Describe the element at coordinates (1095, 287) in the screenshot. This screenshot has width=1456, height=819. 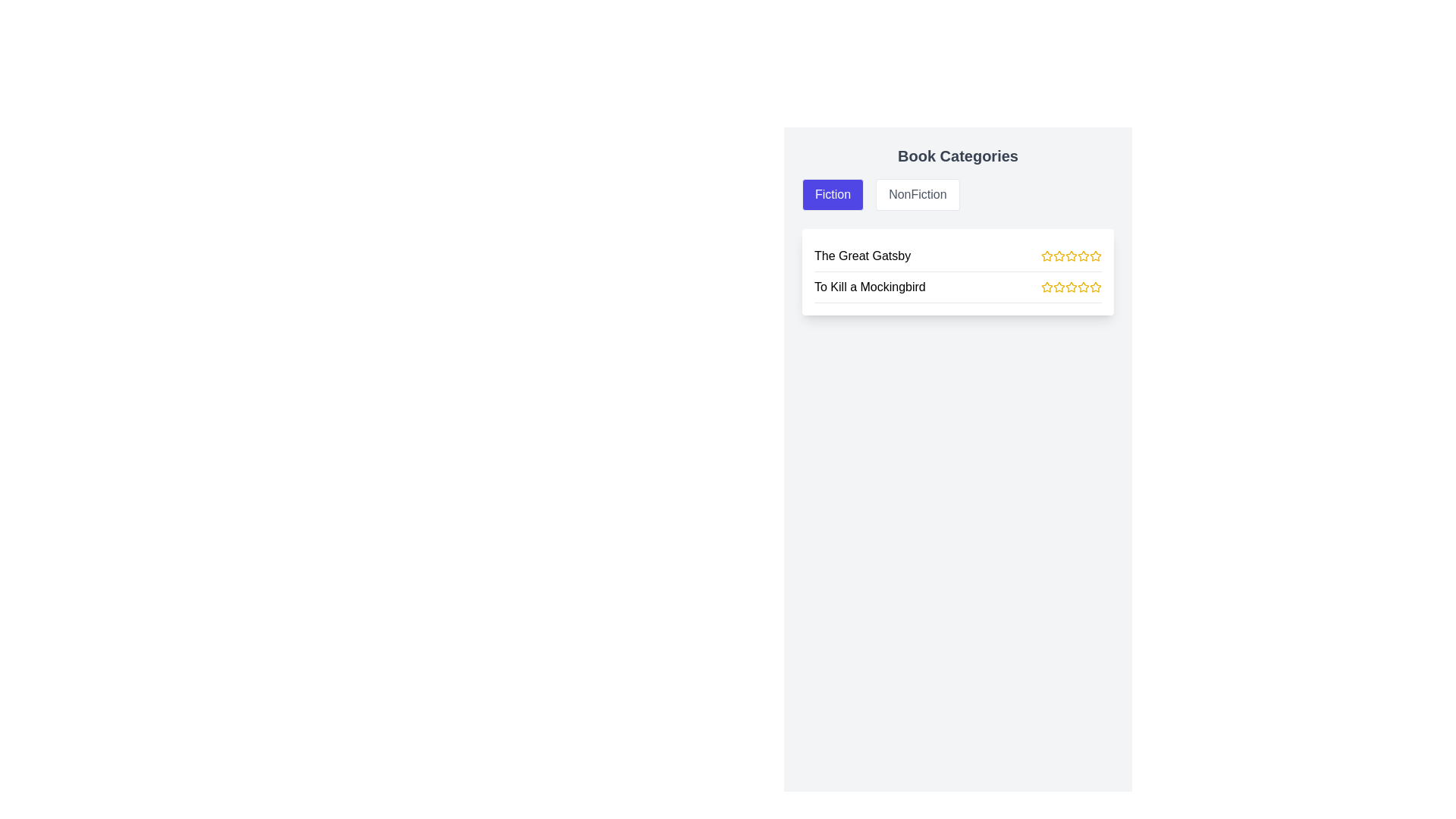
I see `the fifth star icon in the rating group for the book 'To Kill a Mockingbird'` at that location.